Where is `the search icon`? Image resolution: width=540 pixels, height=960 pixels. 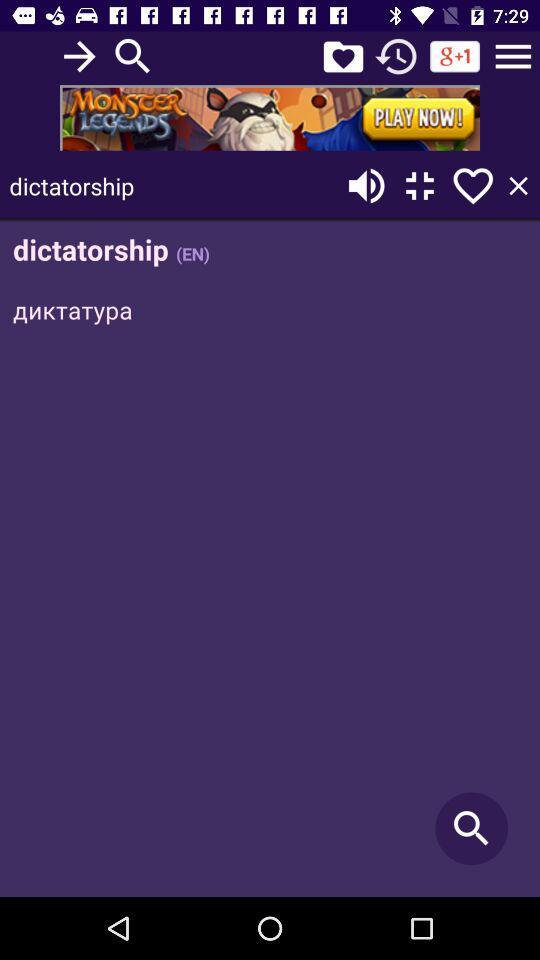 the search icon is located at coordinates (133, 55).